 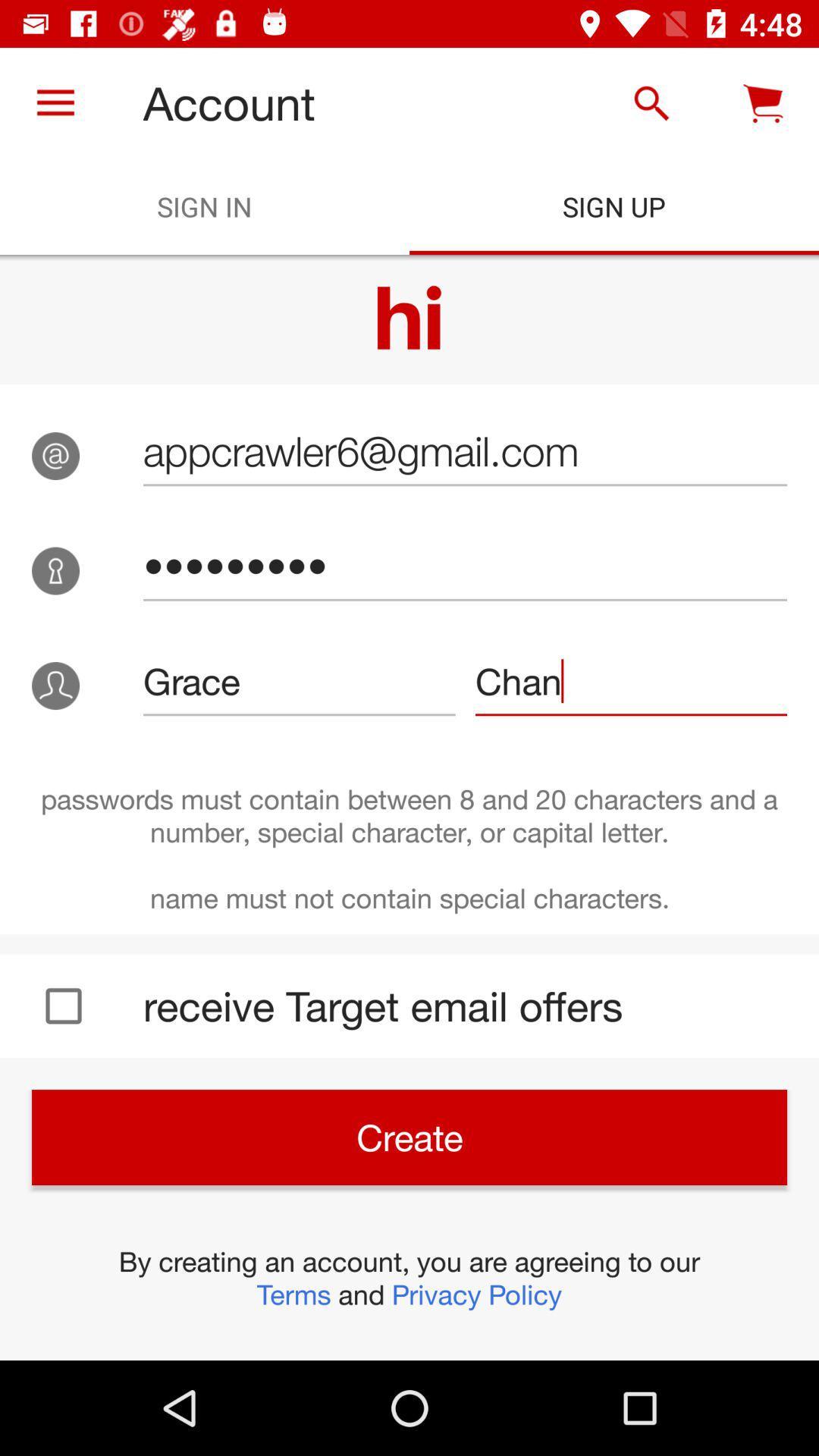 What do you see at coordinates (409, 1137) in the screenshot?
I see `the create icon` at bounding box center [409, 1137].